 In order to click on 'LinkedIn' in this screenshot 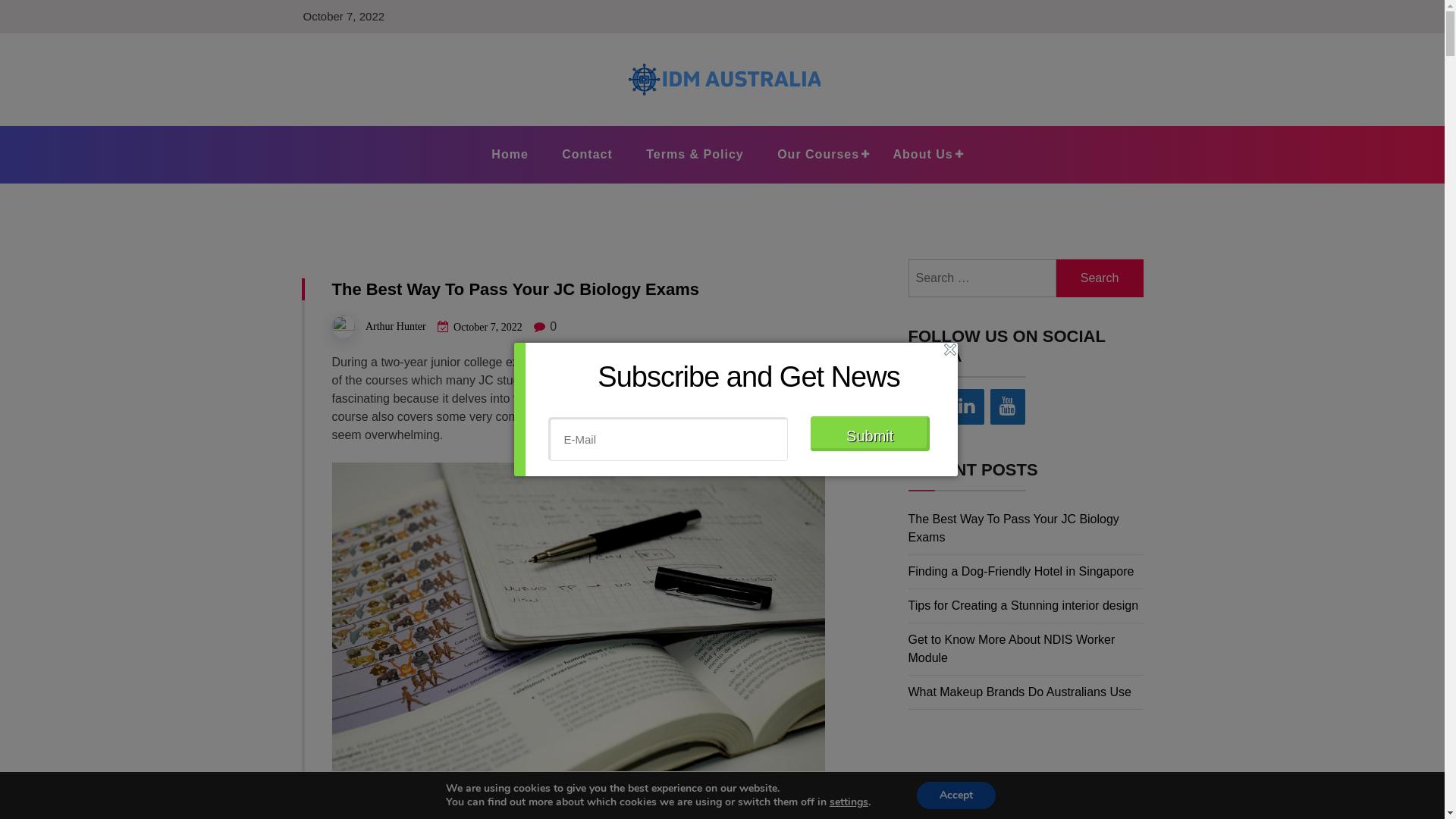, I will do `click(966, 406)`.